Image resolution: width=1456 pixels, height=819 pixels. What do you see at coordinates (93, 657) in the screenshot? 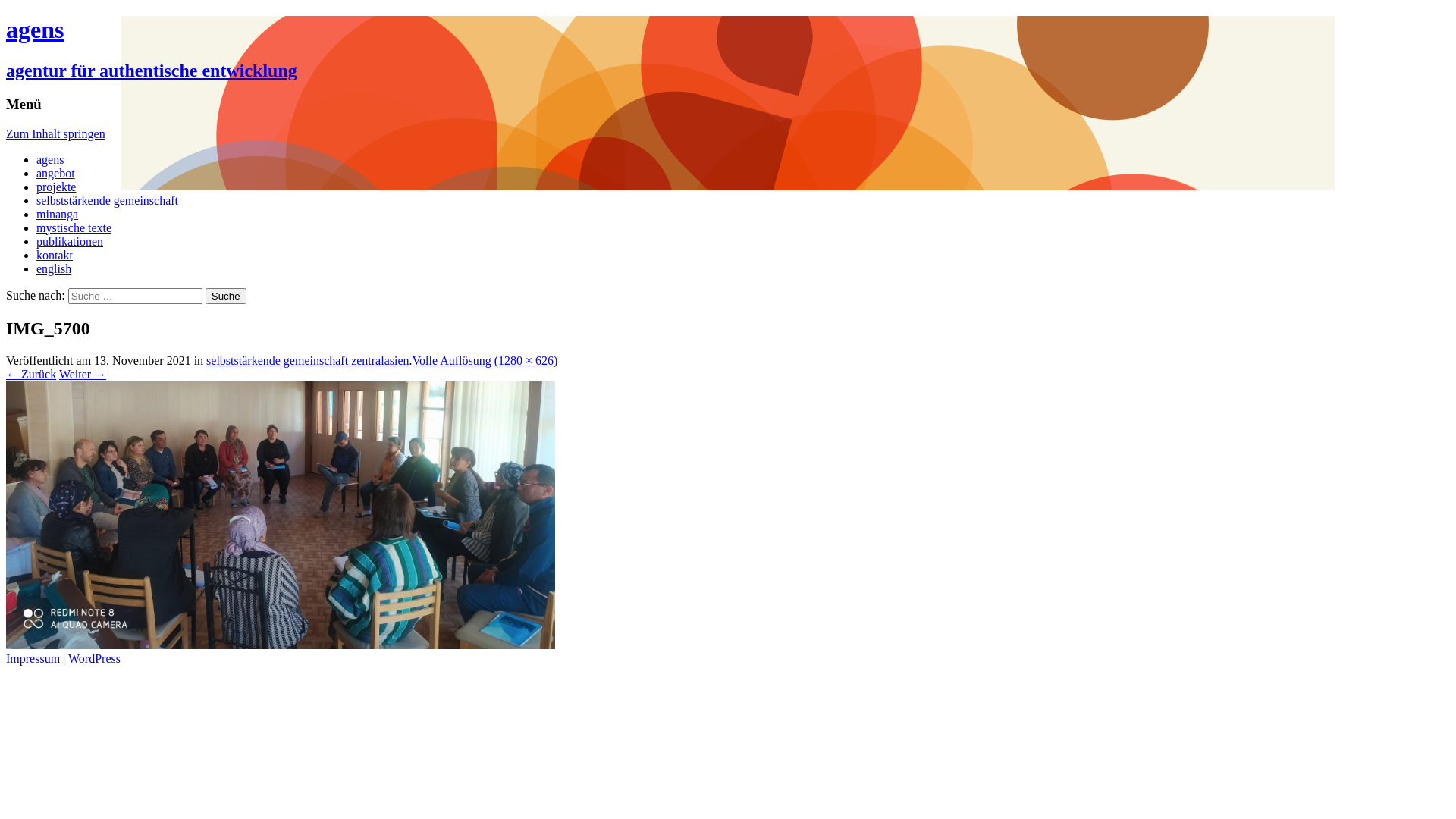
I see `'WordPress'` at bounding box center [93, 657].